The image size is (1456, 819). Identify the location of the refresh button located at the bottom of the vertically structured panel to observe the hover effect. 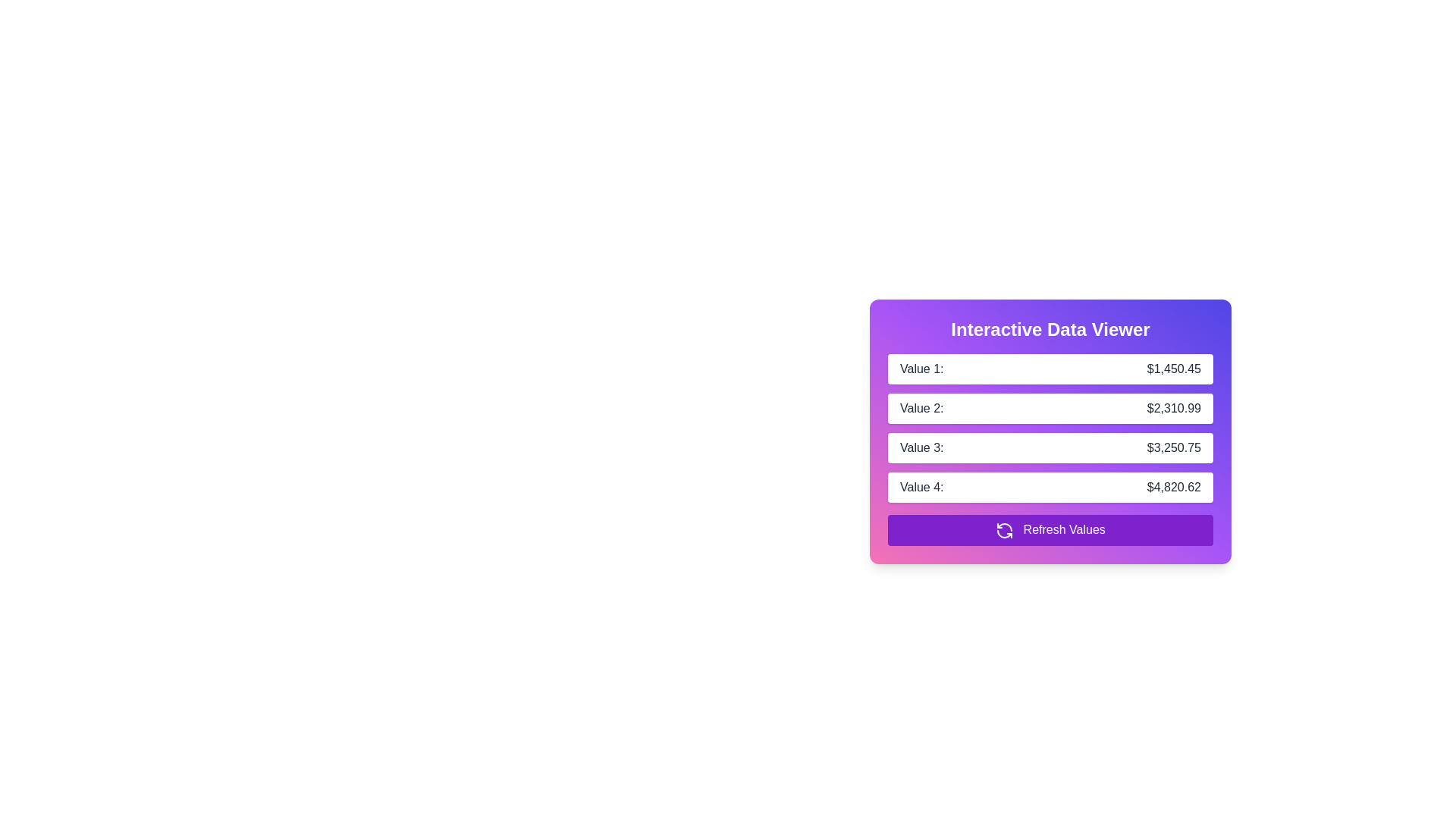
(1050, 529).